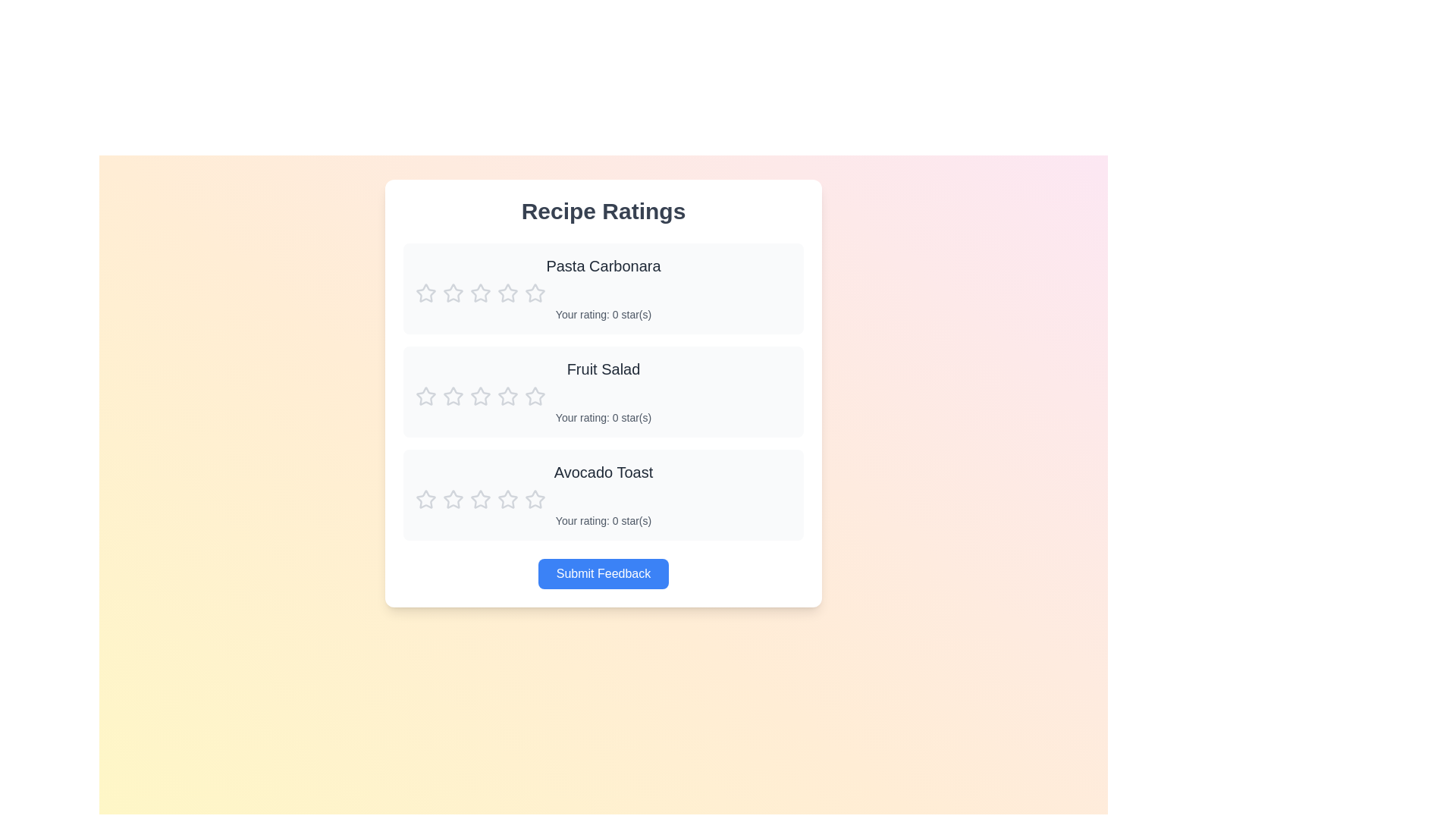 This screenshot has height=819, width=1456. Describe the element at coordinates (508, 395) in the screenshot. I see `the first rating star icon for 'Fruit Salad', which is a hollow gray star icon in the second rating section` at that location.